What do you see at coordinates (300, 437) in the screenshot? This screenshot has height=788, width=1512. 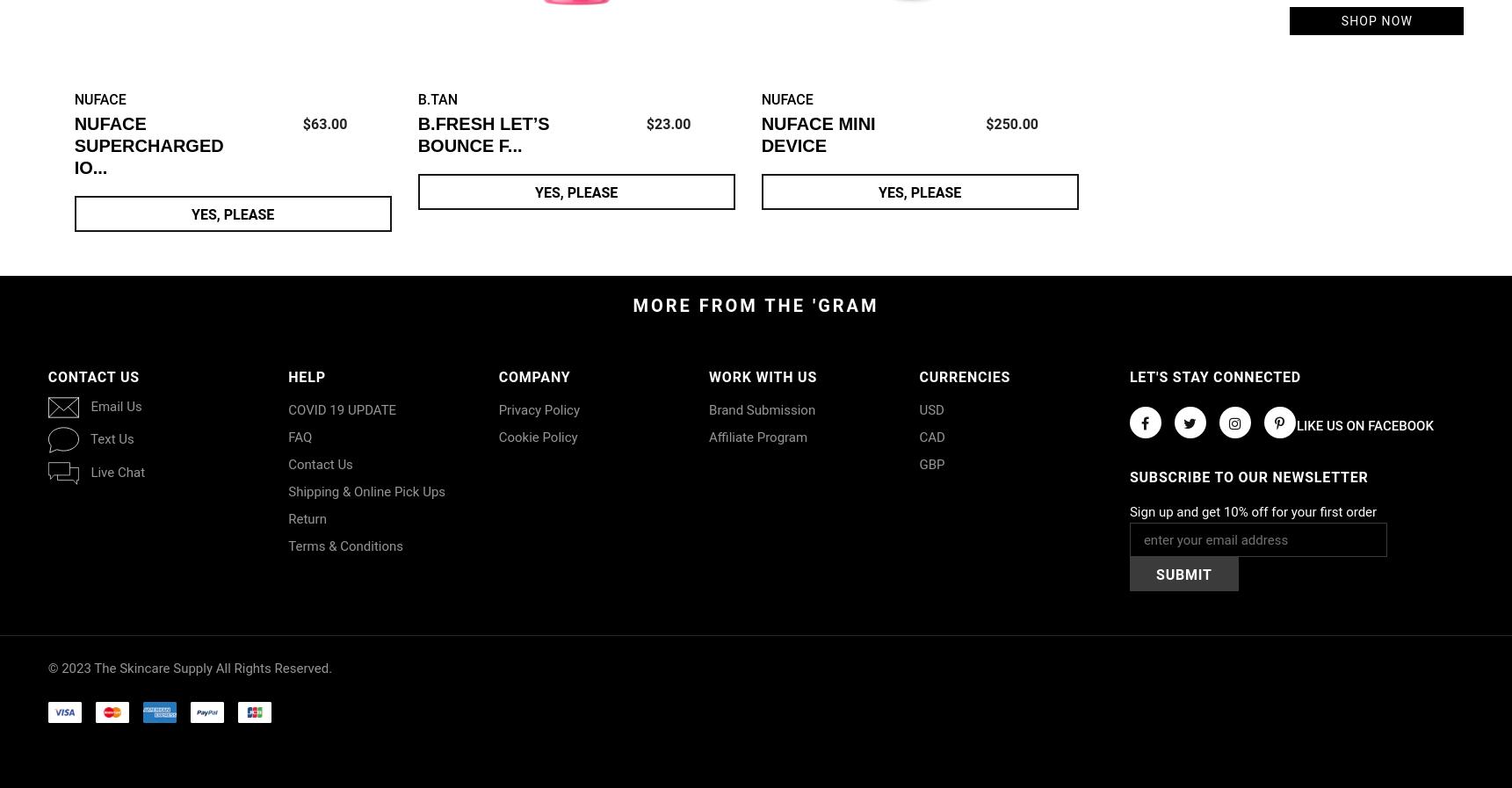 I see `'FAQ'` at bounding box center [300, 437].